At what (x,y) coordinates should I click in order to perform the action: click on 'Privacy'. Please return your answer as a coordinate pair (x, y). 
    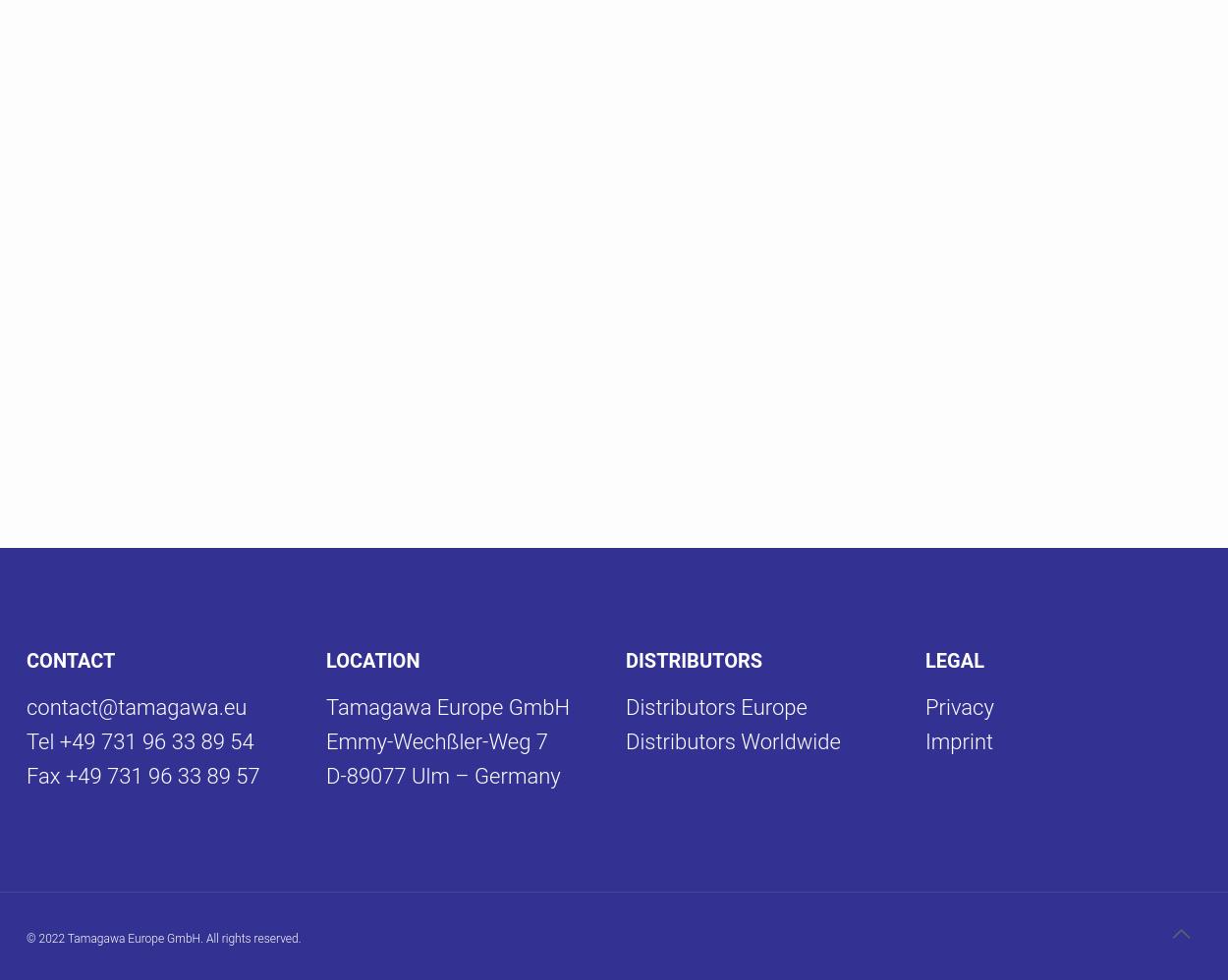
    Looking at the image, I should click on (958, 707).